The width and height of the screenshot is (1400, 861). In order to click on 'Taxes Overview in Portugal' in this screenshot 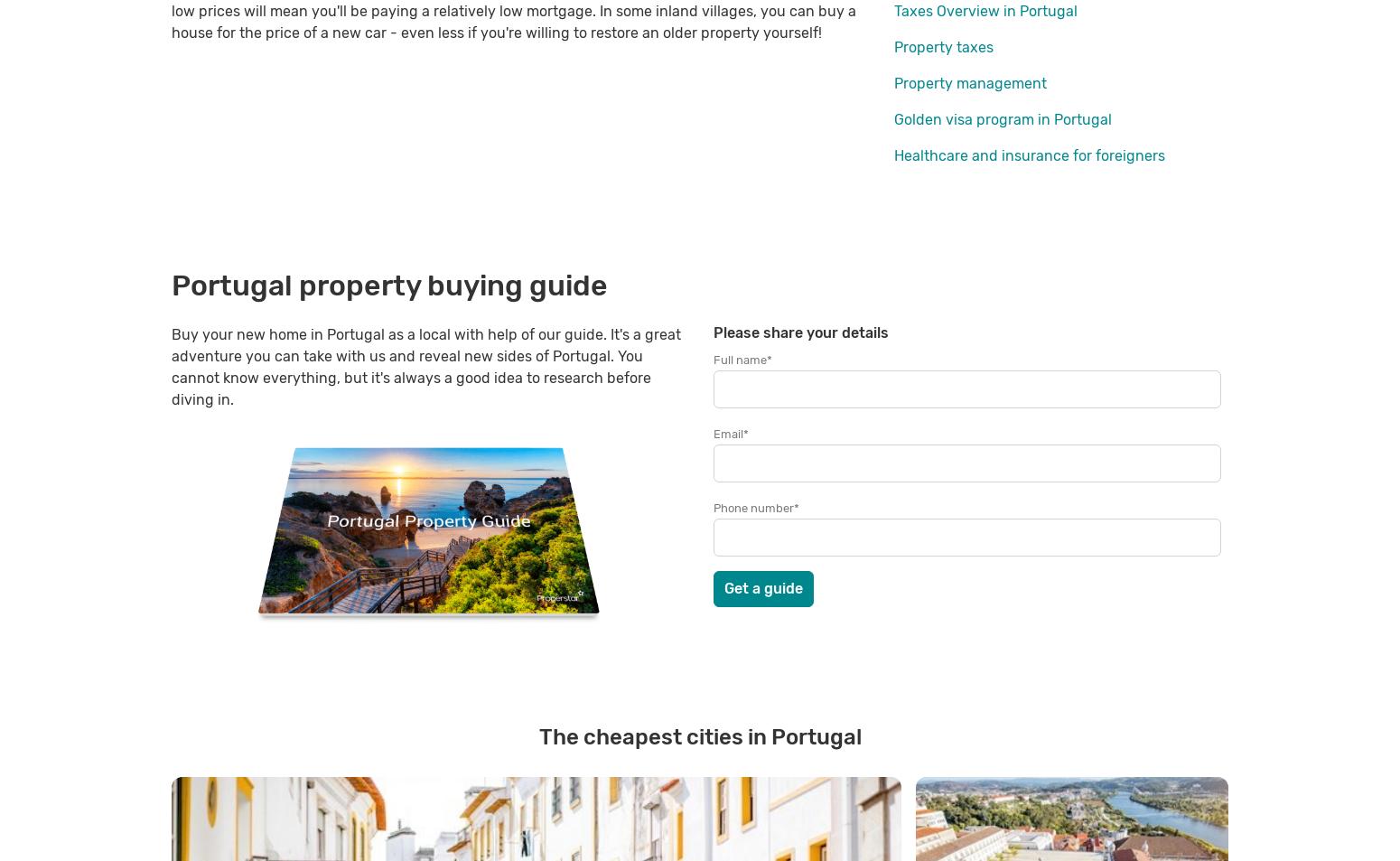, I will do `click(985, 10)`.